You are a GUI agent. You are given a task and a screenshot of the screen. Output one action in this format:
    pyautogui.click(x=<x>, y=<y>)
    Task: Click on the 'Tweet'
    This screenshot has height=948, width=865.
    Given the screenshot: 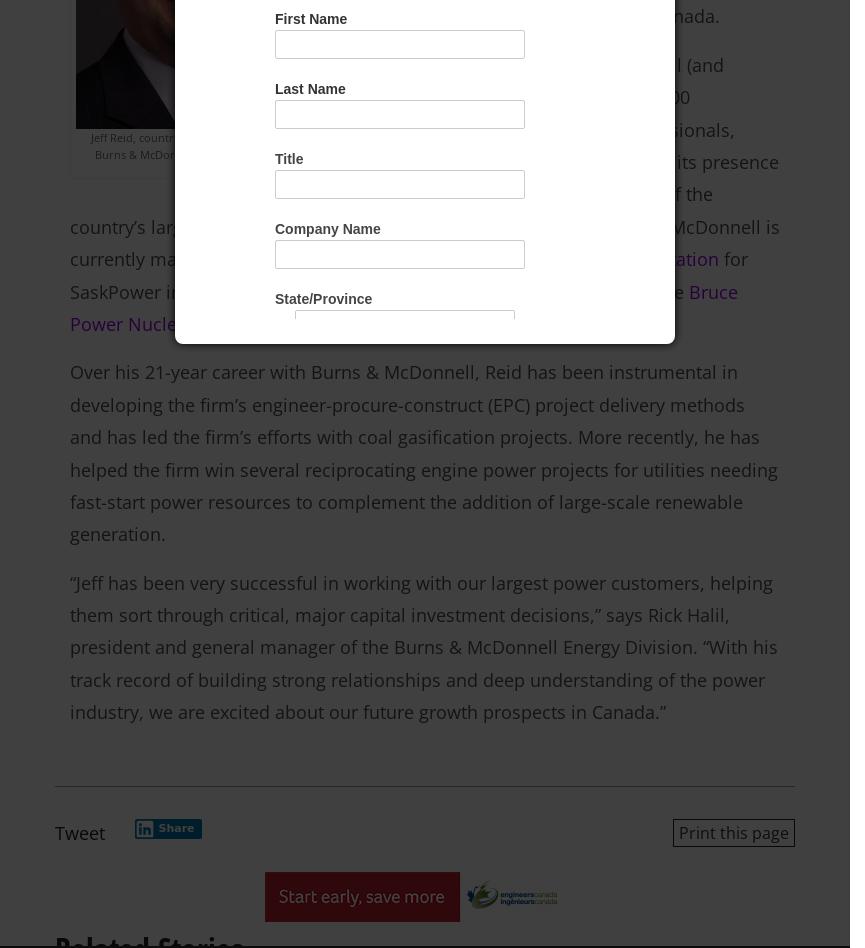 What is the action you would take?
    pyautogui.click(x=55, y=830)
    